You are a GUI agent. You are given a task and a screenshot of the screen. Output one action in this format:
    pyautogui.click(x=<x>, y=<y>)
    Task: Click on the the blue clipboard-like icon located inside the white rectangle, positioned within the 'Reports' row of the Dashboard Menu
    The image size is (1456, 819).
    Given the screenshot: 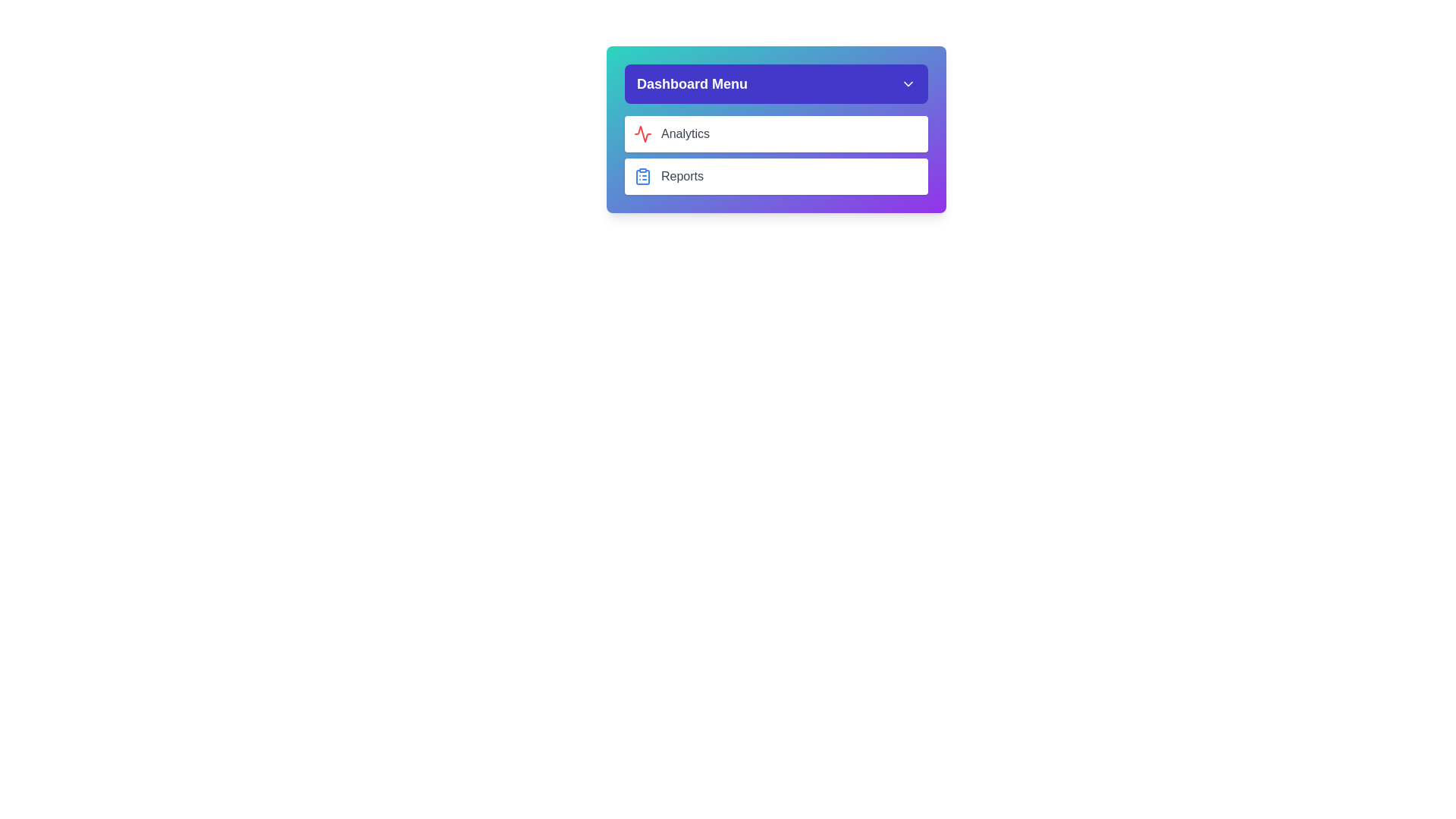 What is the action you would take?
    pyautogui.click(x=643, y=175)
    